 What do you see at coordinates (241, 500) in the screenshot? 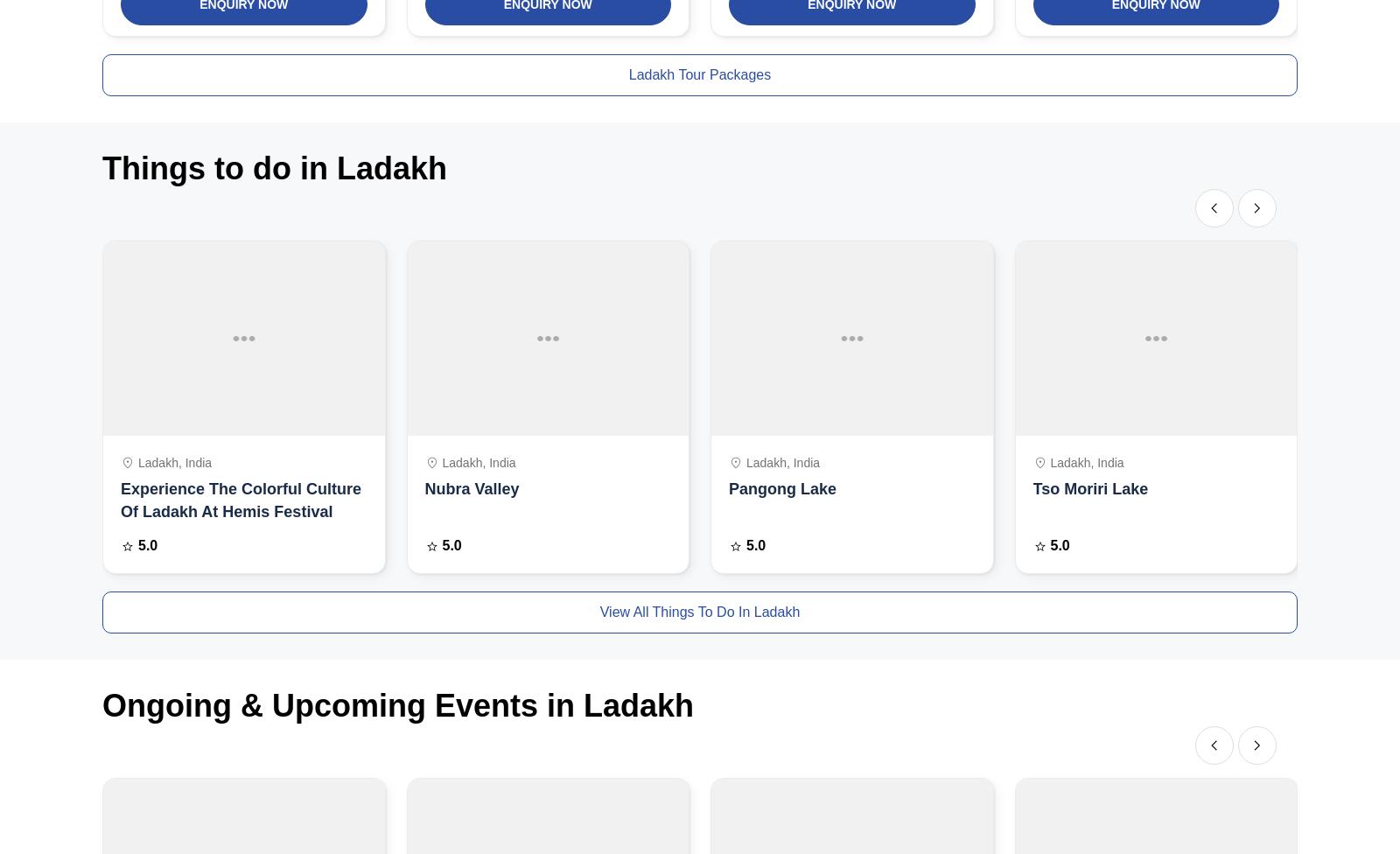
I see `'Experience The Colorful Culture Of Ladakh At Hemis Festival'` at bounding box center [241, 500].